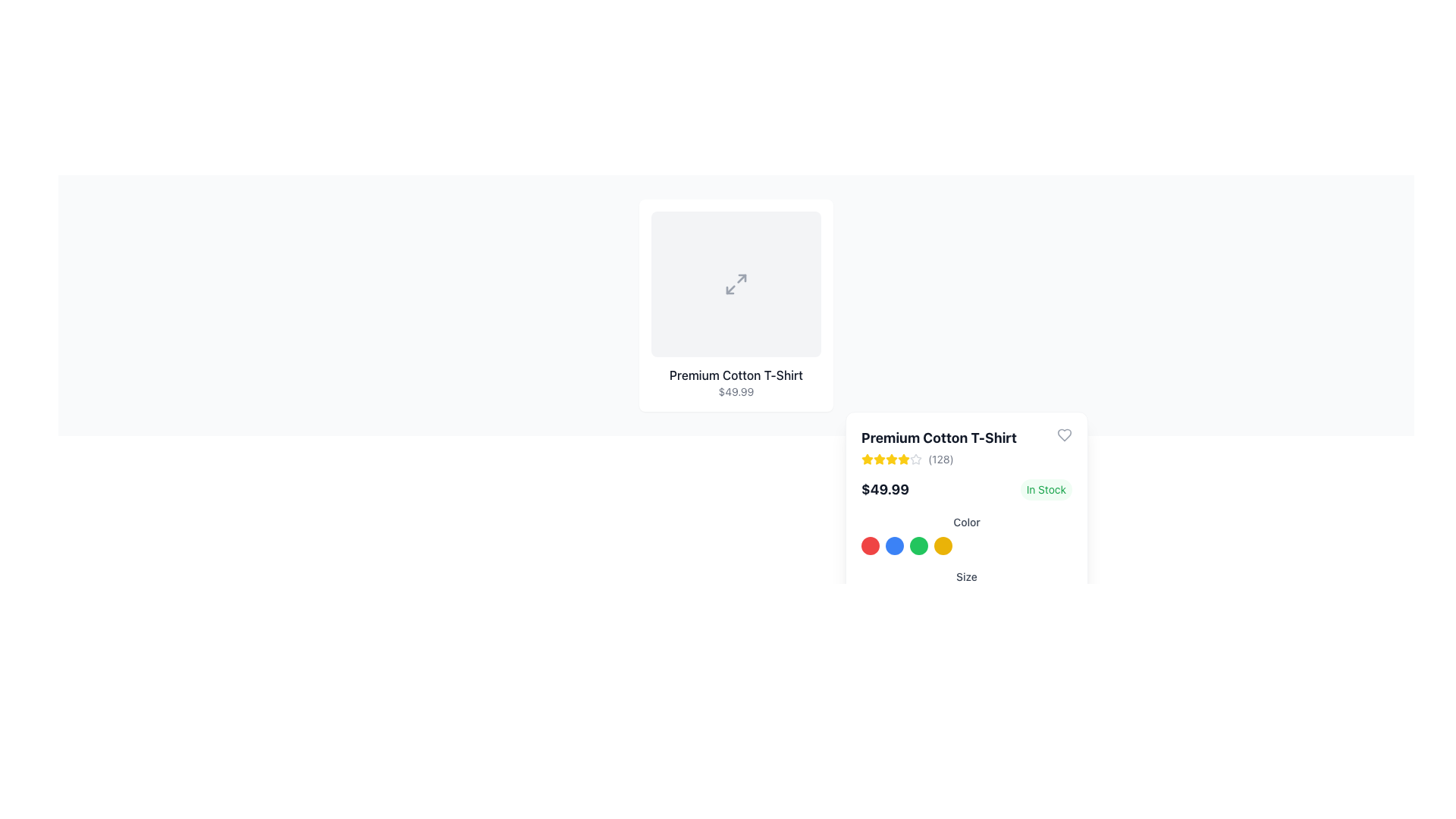 The width and height of the screenshot is (1456, 819). What do you see at coordinates (938, 458) in the screenshot?
I see `the Text Display element that shows the total count of reviews or ratings for the 'Premium Cotton T-Shirt' product, located to the right of the star rating icons` at bounding box center [938, 458].